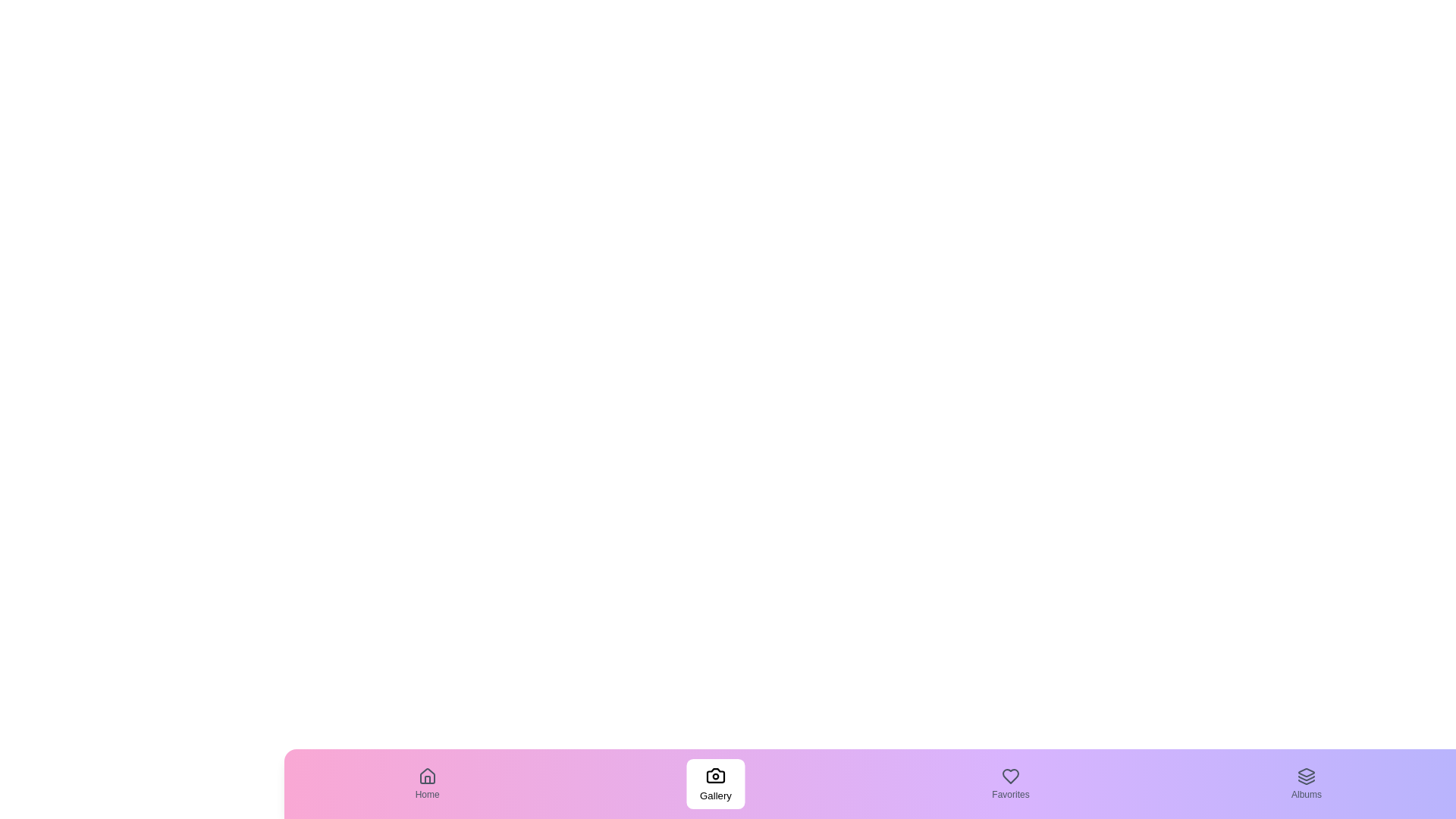 The height and width of the screenshot is (819, 1456). What do you see at coordinates (715, 783) in the screenshot?
I see `the gallery tab in the navigation bar` at bounding box center [715, 783].